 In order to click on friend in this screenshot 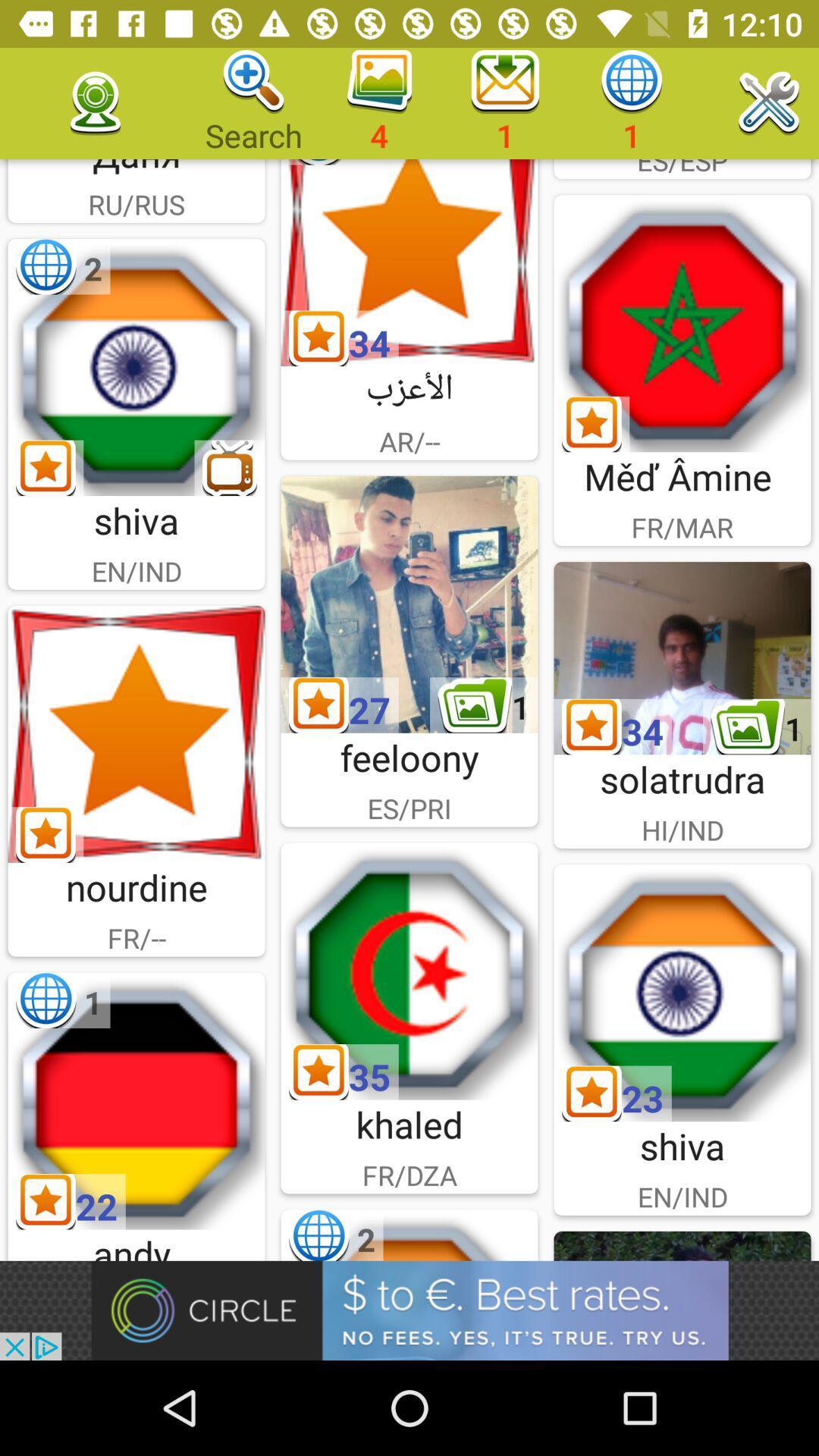, I will do `click(409, 604)`.